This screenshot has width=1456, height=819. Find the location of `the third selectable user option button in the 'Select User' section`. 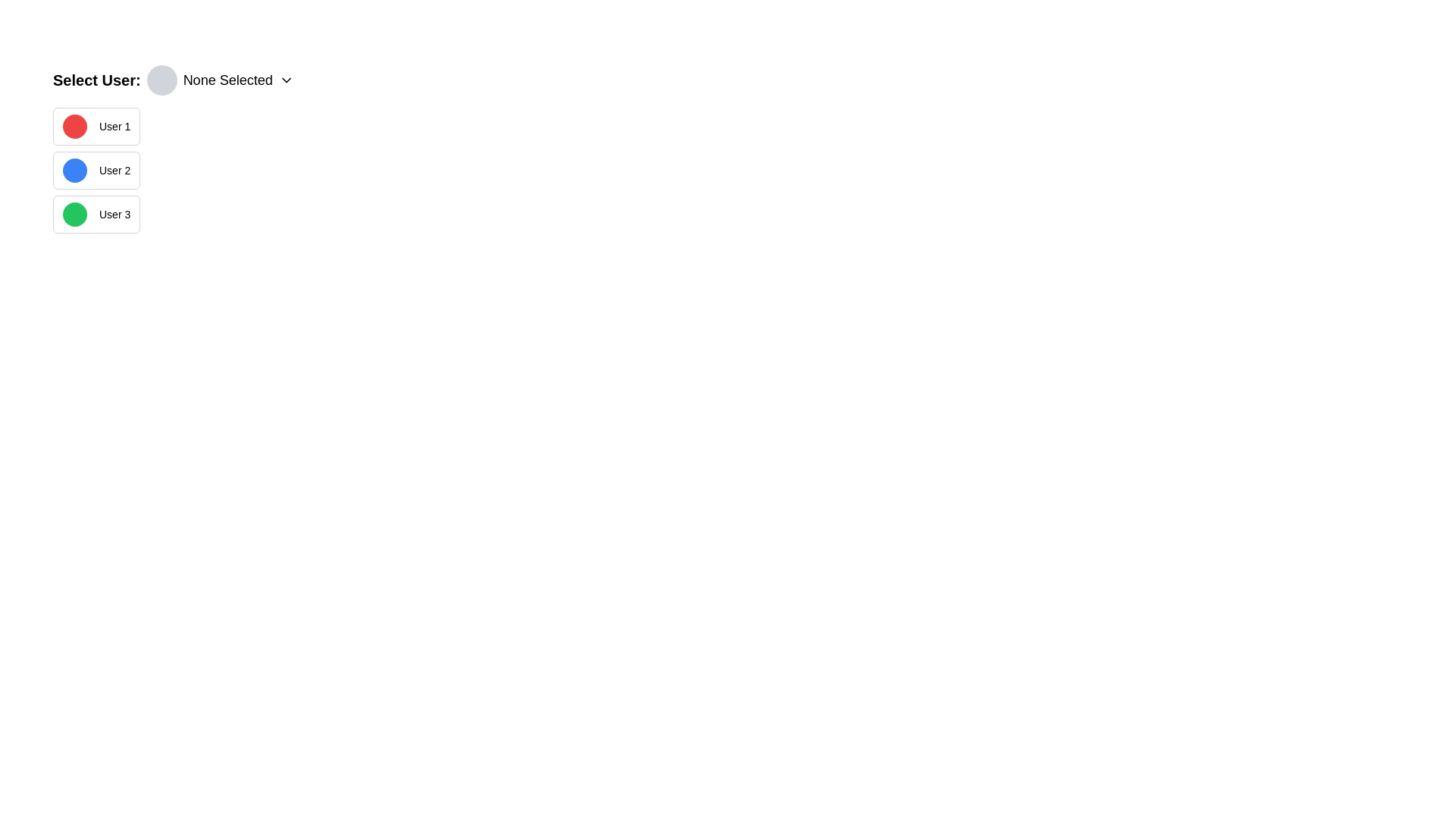

the third selectable user option button in the 'Select User' section is located at coordinates (96, 214).